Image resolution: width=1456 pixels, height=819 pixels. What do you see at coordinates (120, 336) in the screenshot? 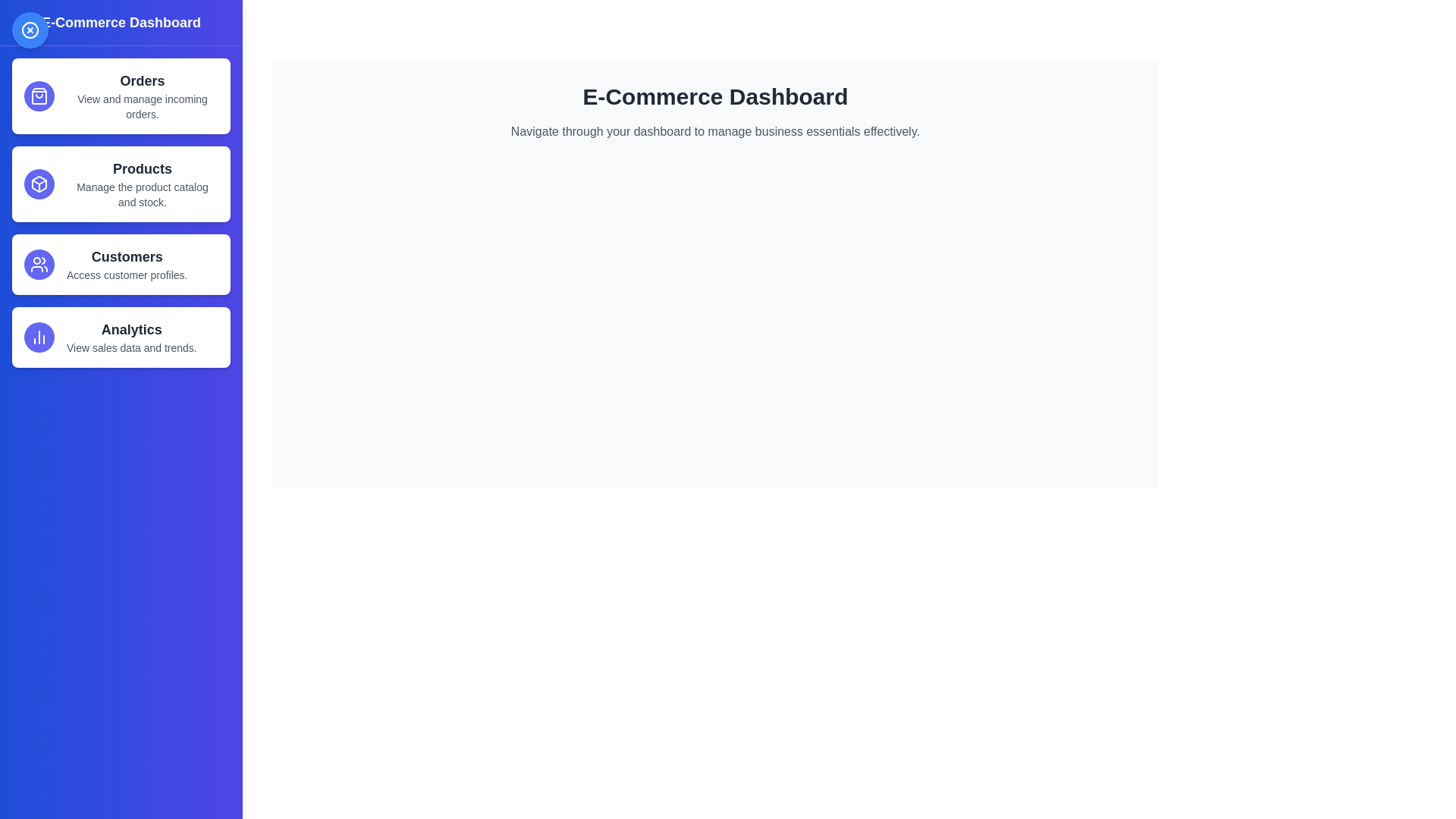
I see `the menu item labeled Analytics` at bounding box center [120, 336].